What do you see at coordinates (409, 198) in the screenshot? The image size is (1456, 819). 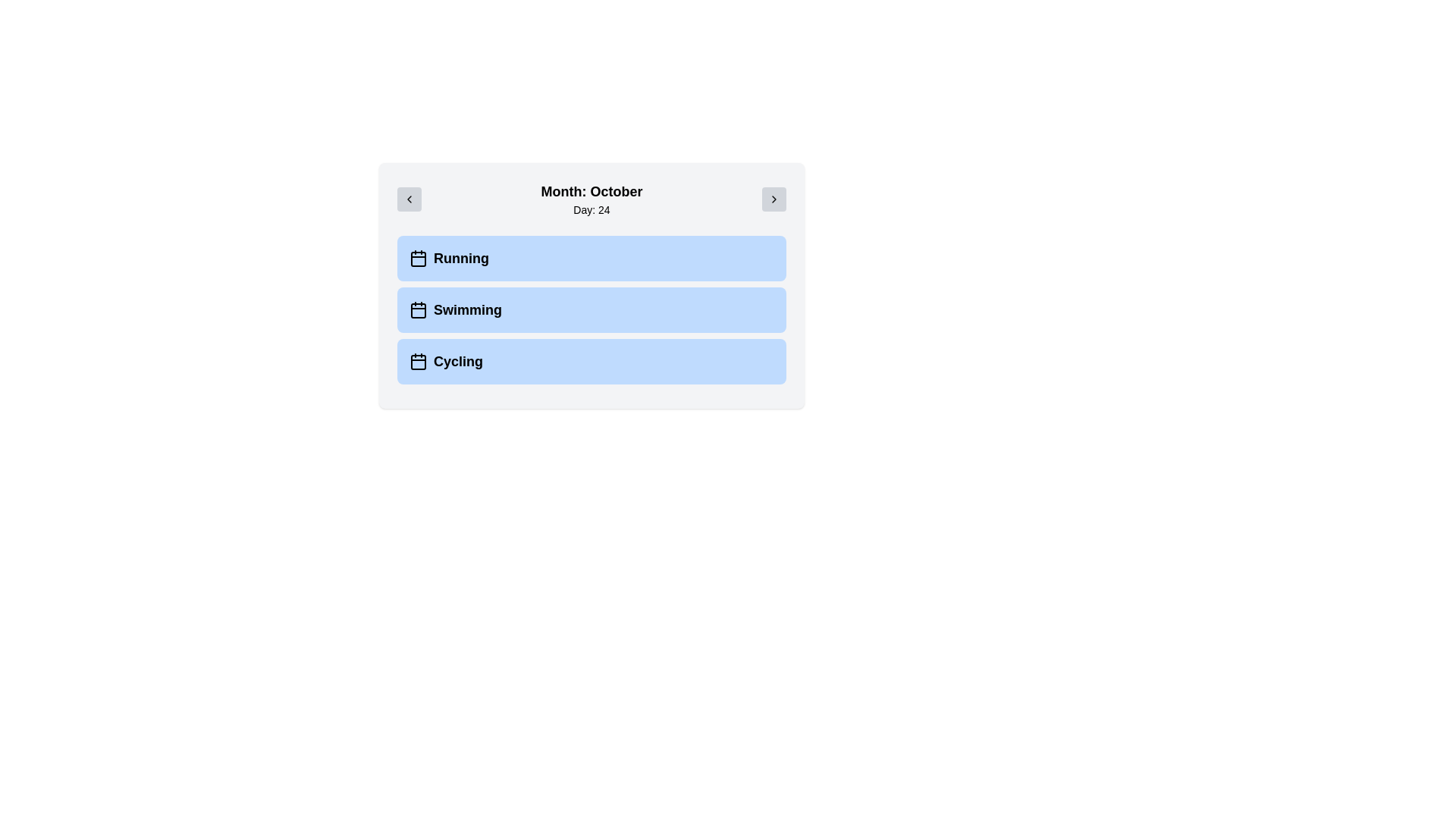 I see `the gray rounded square Icon button located in the upper left corner of the center-aligned card, which navigates backwards in the calendar view` at bounding box center [409, 198].